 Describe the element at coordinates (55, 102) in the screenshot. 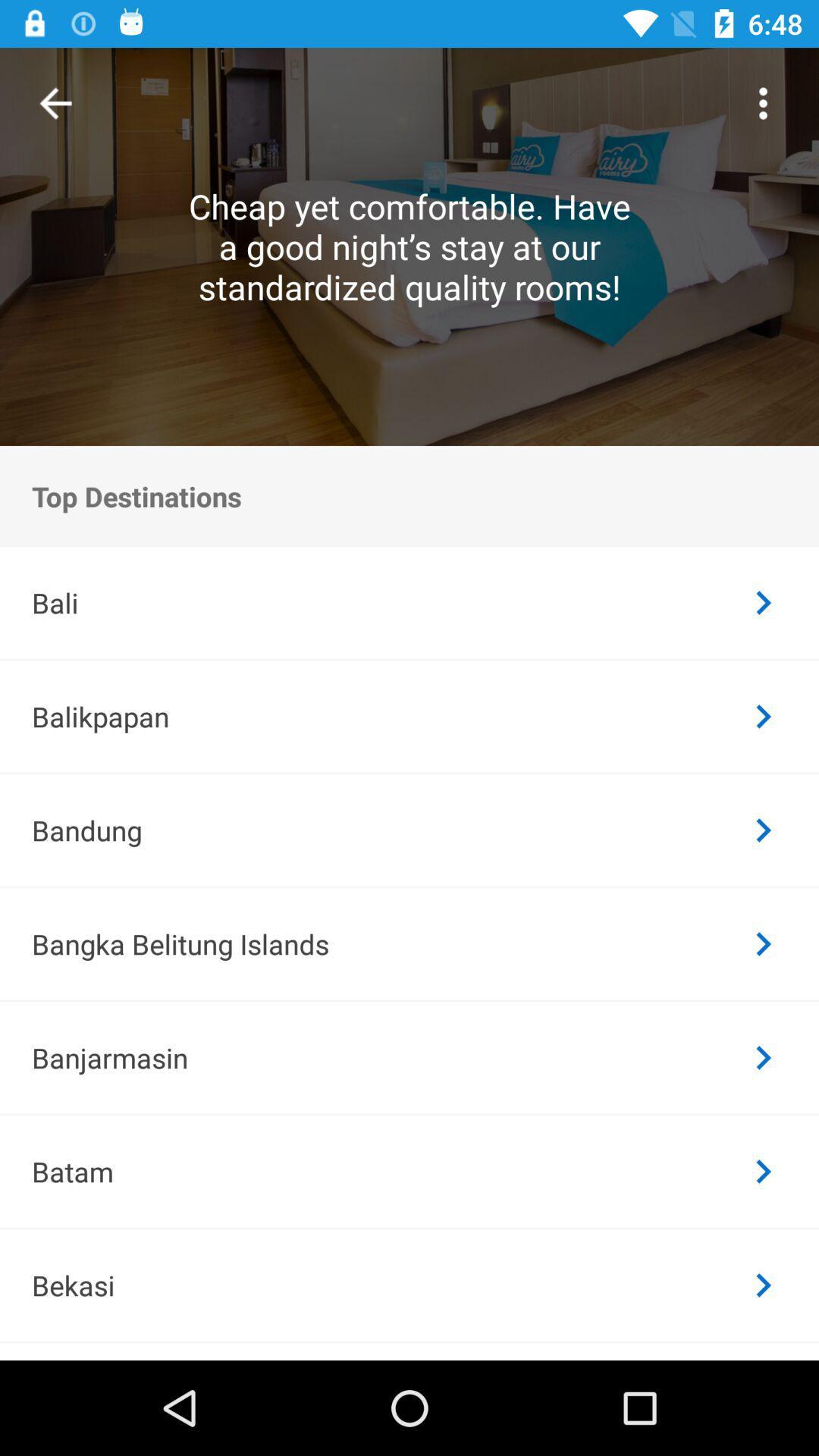

I see `item above top destinations icon` at that location.